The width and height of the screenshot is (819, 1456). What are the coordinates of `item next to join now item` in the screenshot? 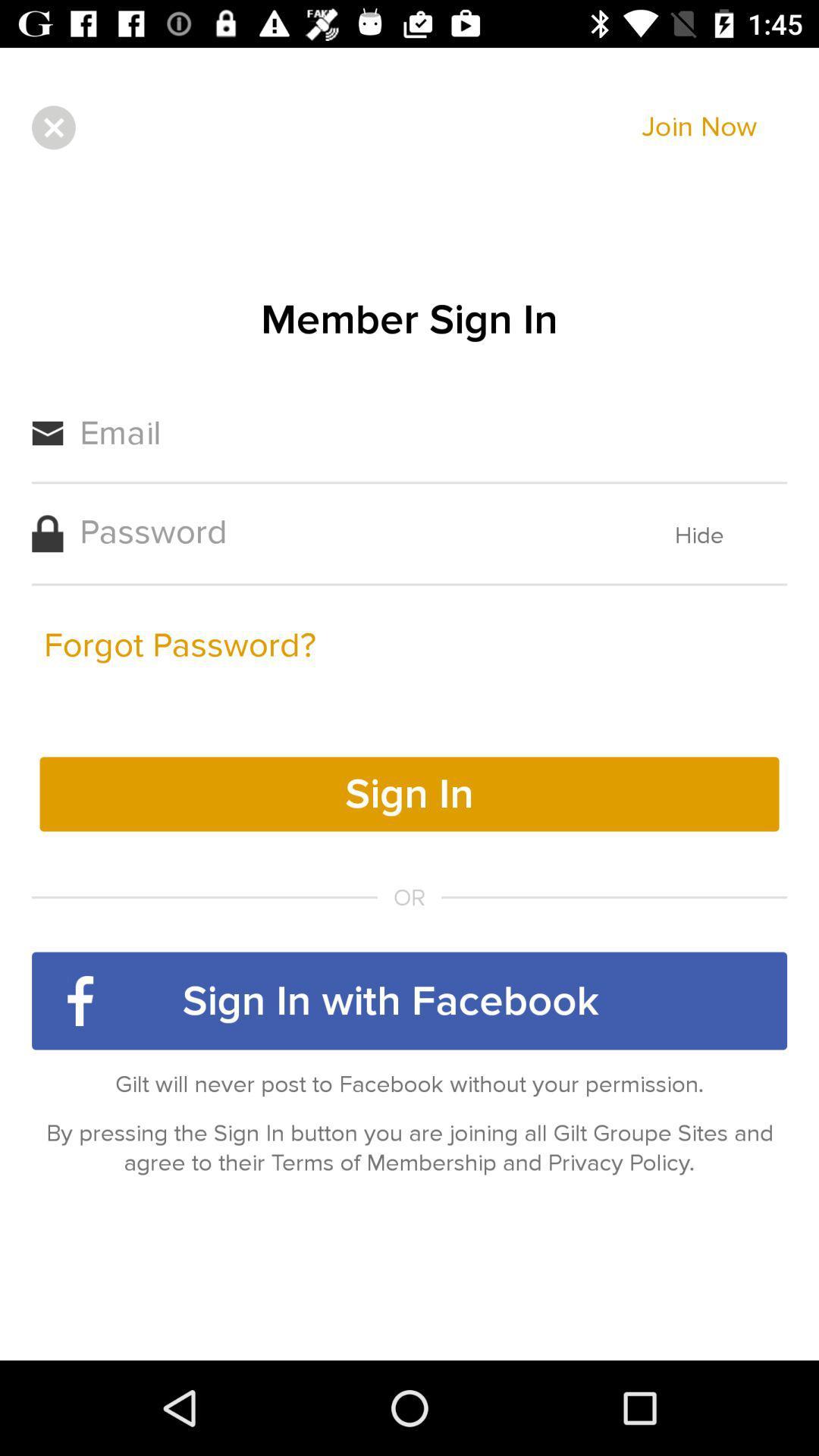 It's located at (52, 127).